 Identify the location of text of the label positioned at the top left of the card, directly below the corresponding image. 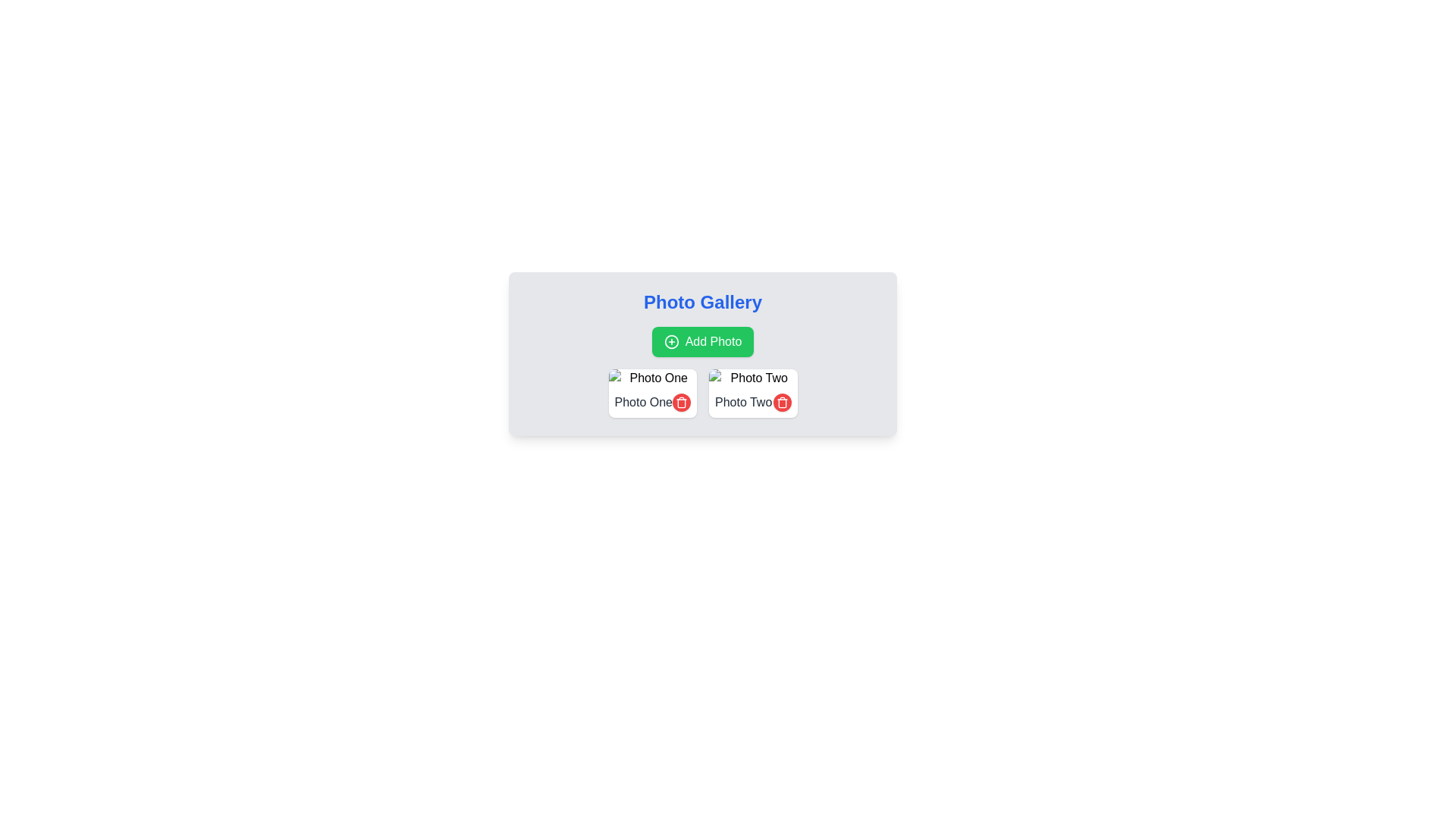
(652, 393).